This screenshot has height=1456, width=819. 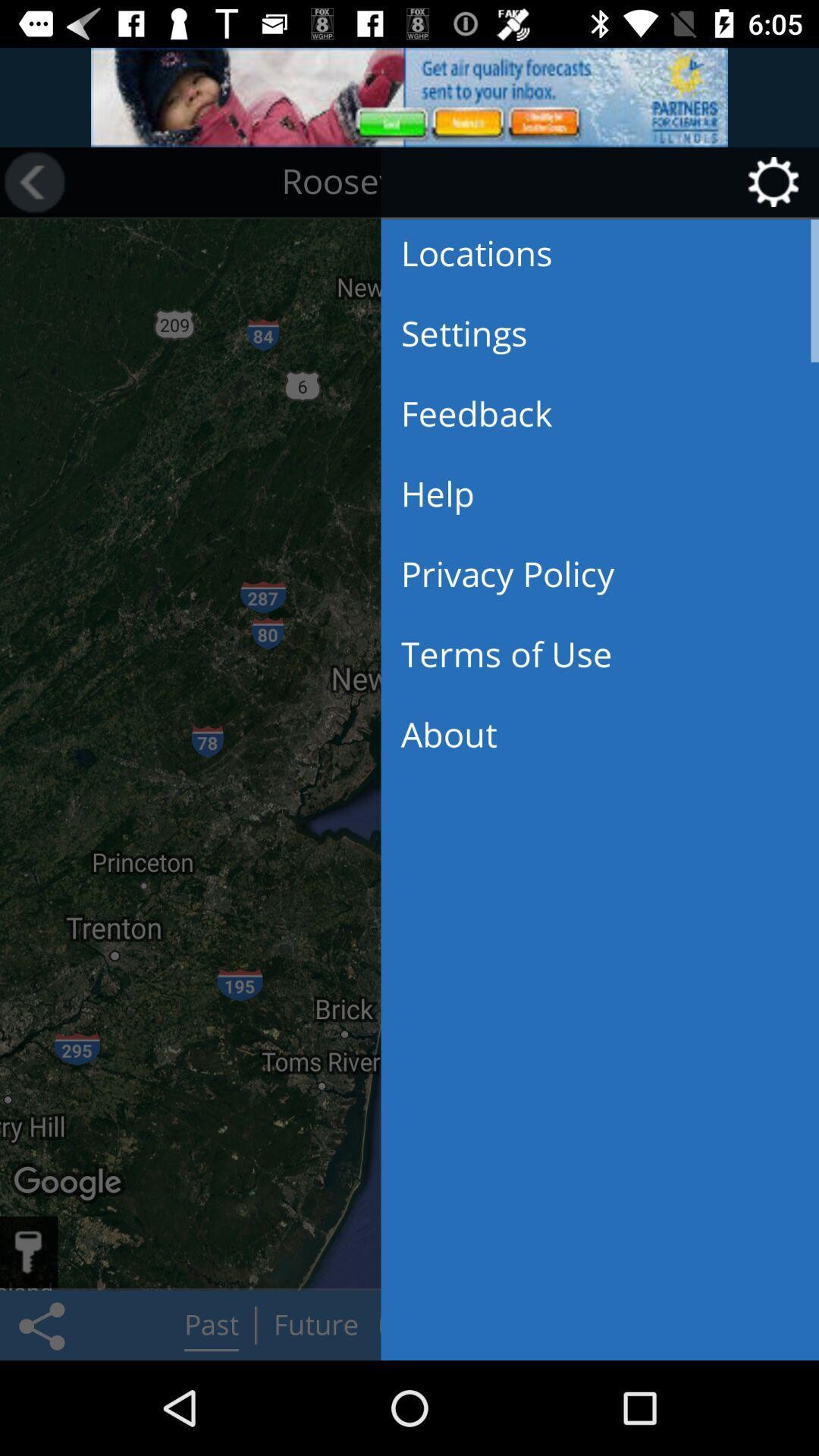 I want to click on the button next to share icon, so click(x=211, y=1324).